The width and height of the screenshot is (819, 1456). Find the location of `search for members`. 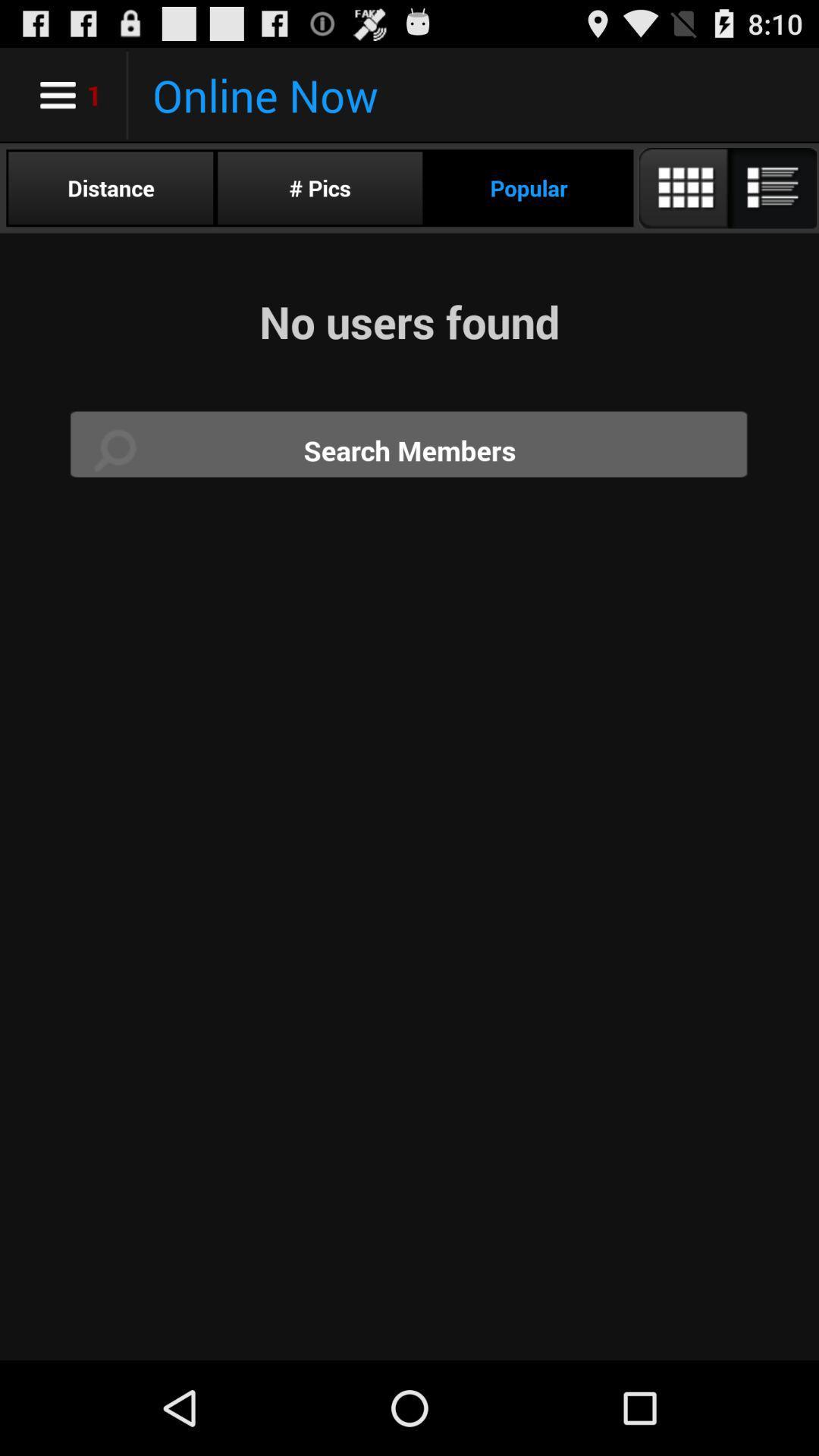

search for members is located at coordinates (409, 450).